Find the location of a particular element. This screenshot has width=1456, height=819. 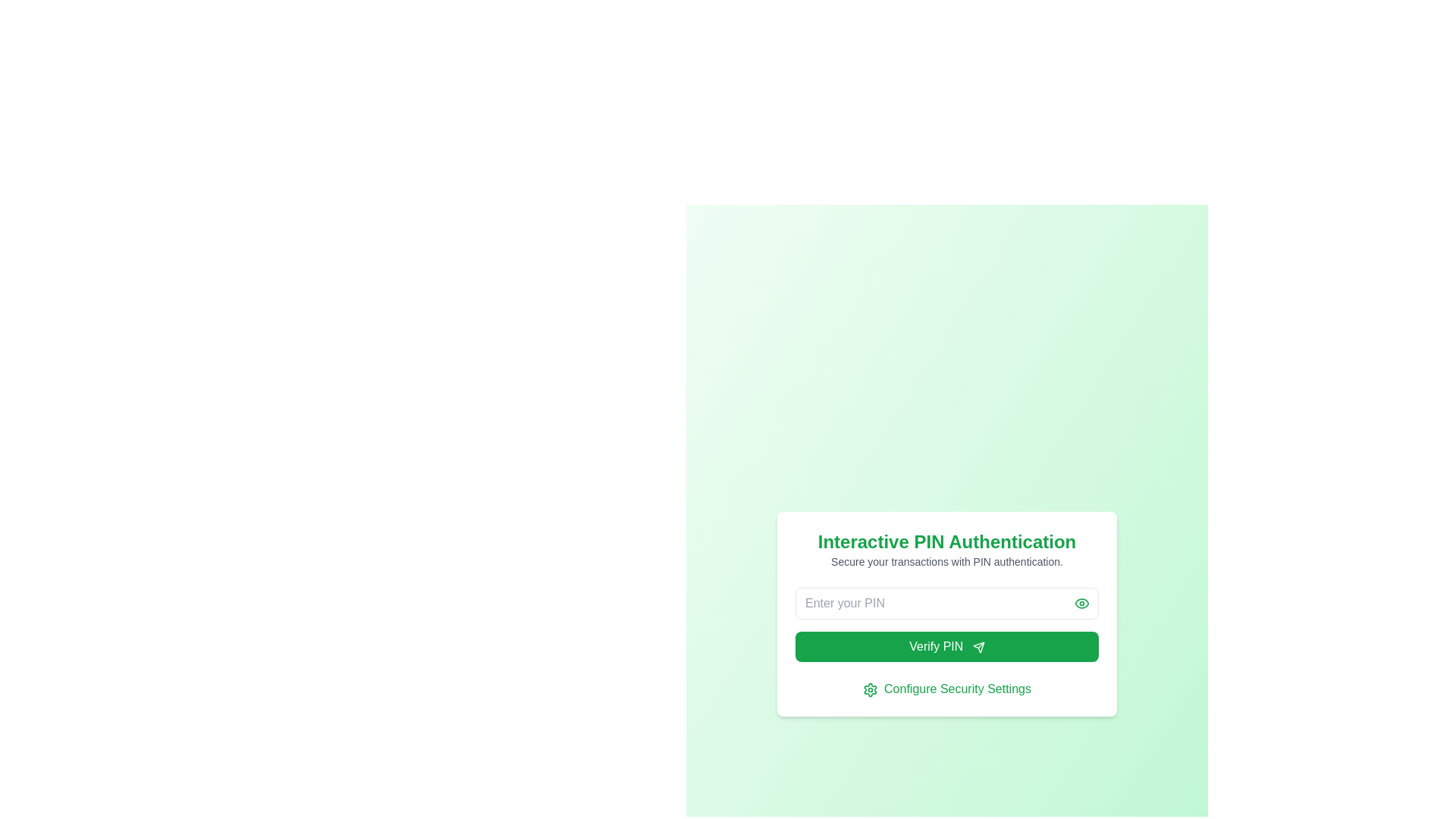

the 'send' icon, which is a small vector icon resembling a paper airplane, located to the right of the text in the 'Verify PIN' button is located at coordinates (978, 647).